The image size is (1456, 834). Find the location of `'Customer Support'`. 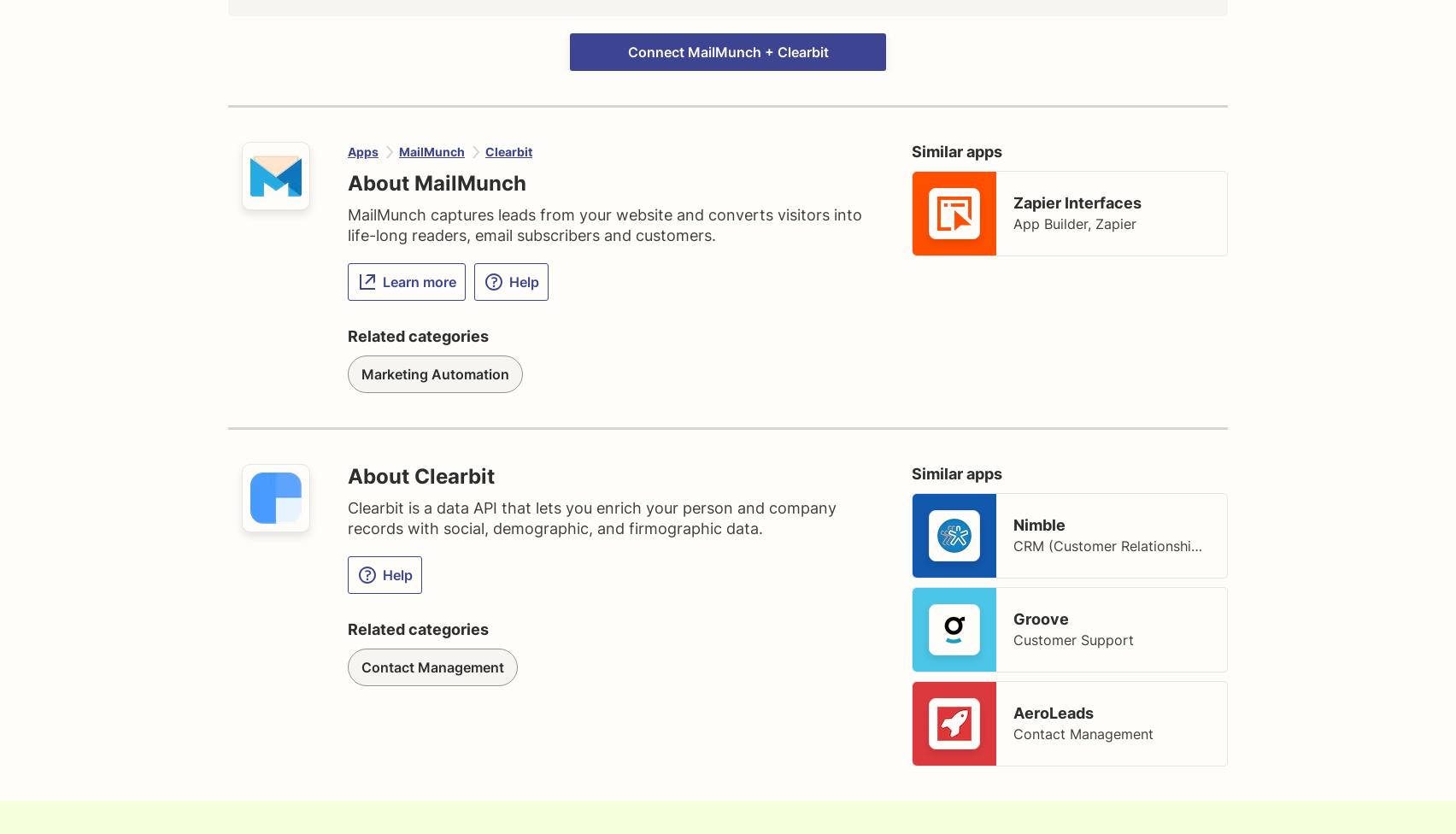

'Customer Support' is located at coordinates (1012, 639).